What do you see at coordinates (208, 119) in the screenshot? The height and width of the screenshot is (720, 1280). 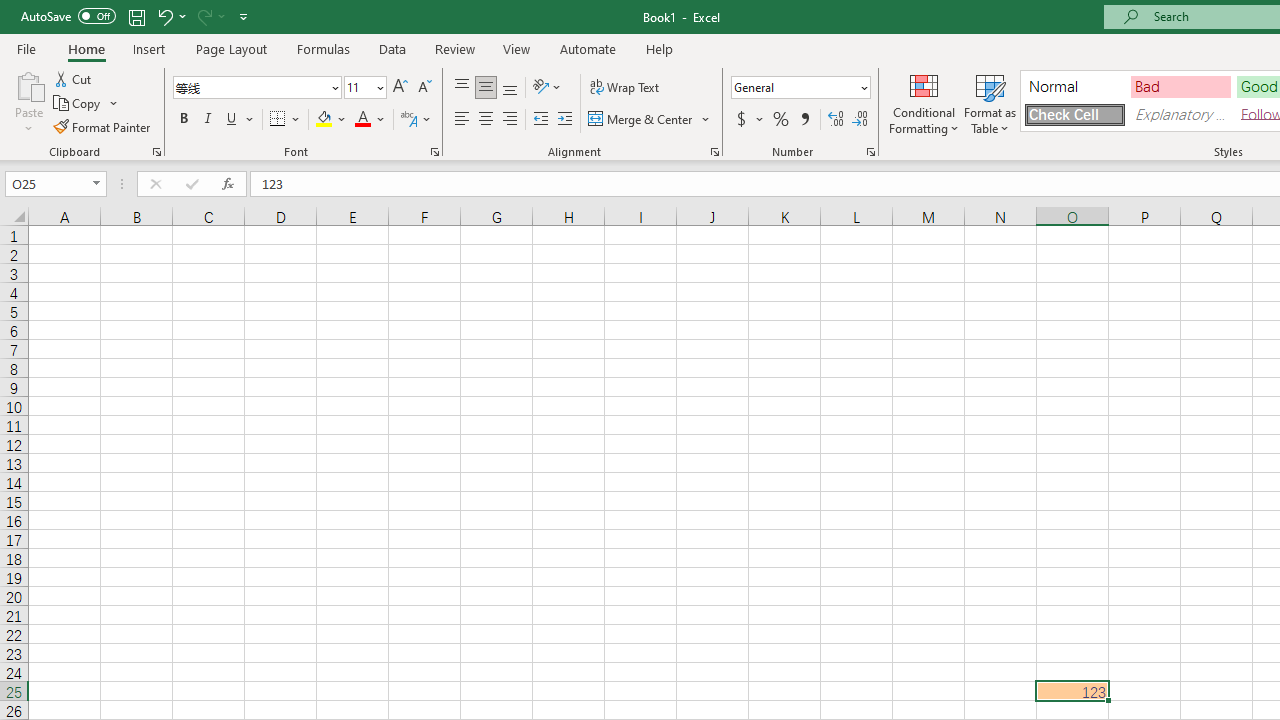 I see `'Italic'` at bounding box center [208, 119].